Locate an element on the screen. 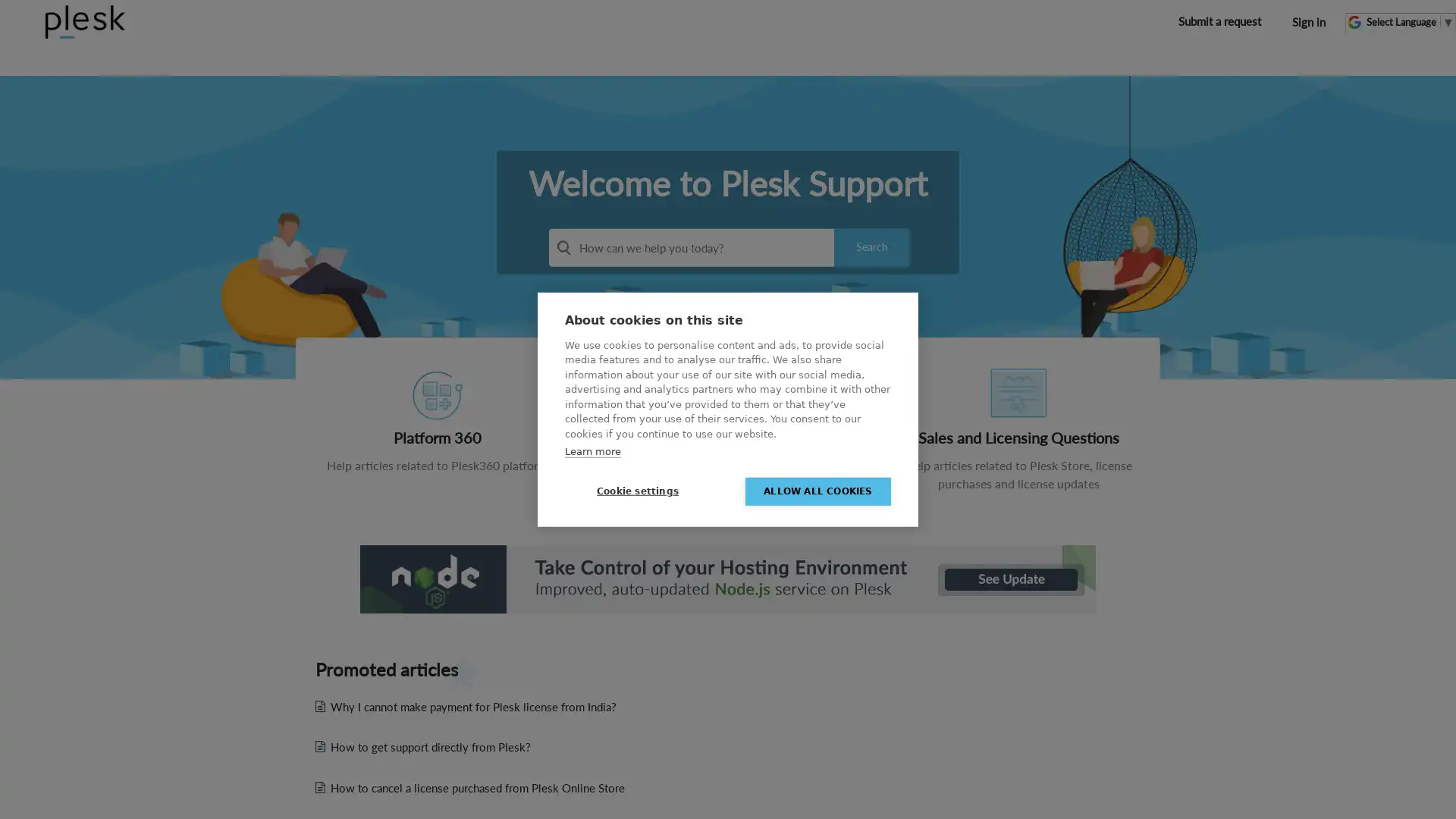 The width and height of the screenshot is (1456, 819). Search is located at coordinates (872, 246).